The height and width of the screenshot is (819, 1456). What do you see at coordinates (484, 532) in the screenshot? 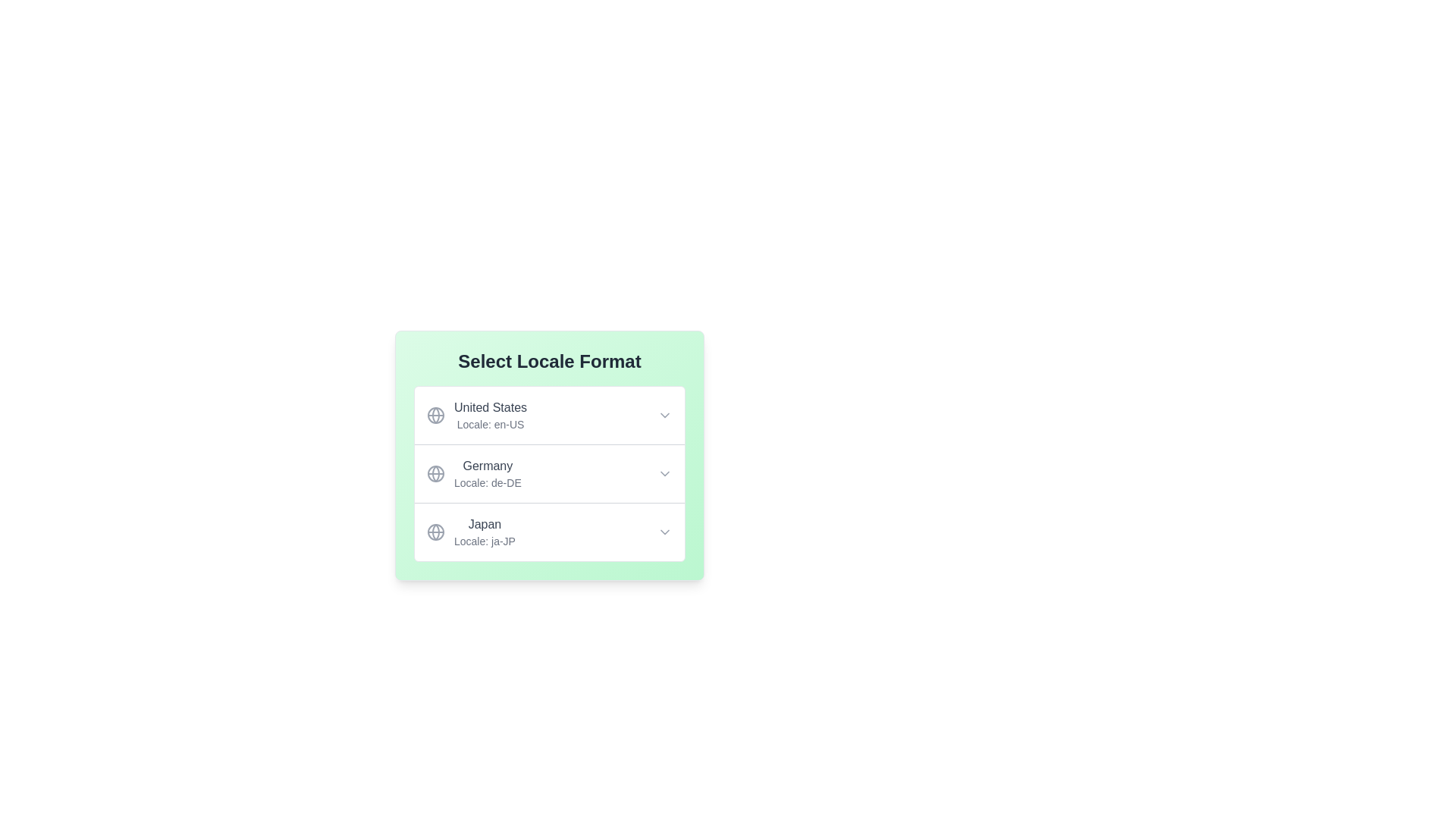
I see `the 'Japan' locale label, which is the third item in a vertical list of locale options` at bounding box center [484, 532].